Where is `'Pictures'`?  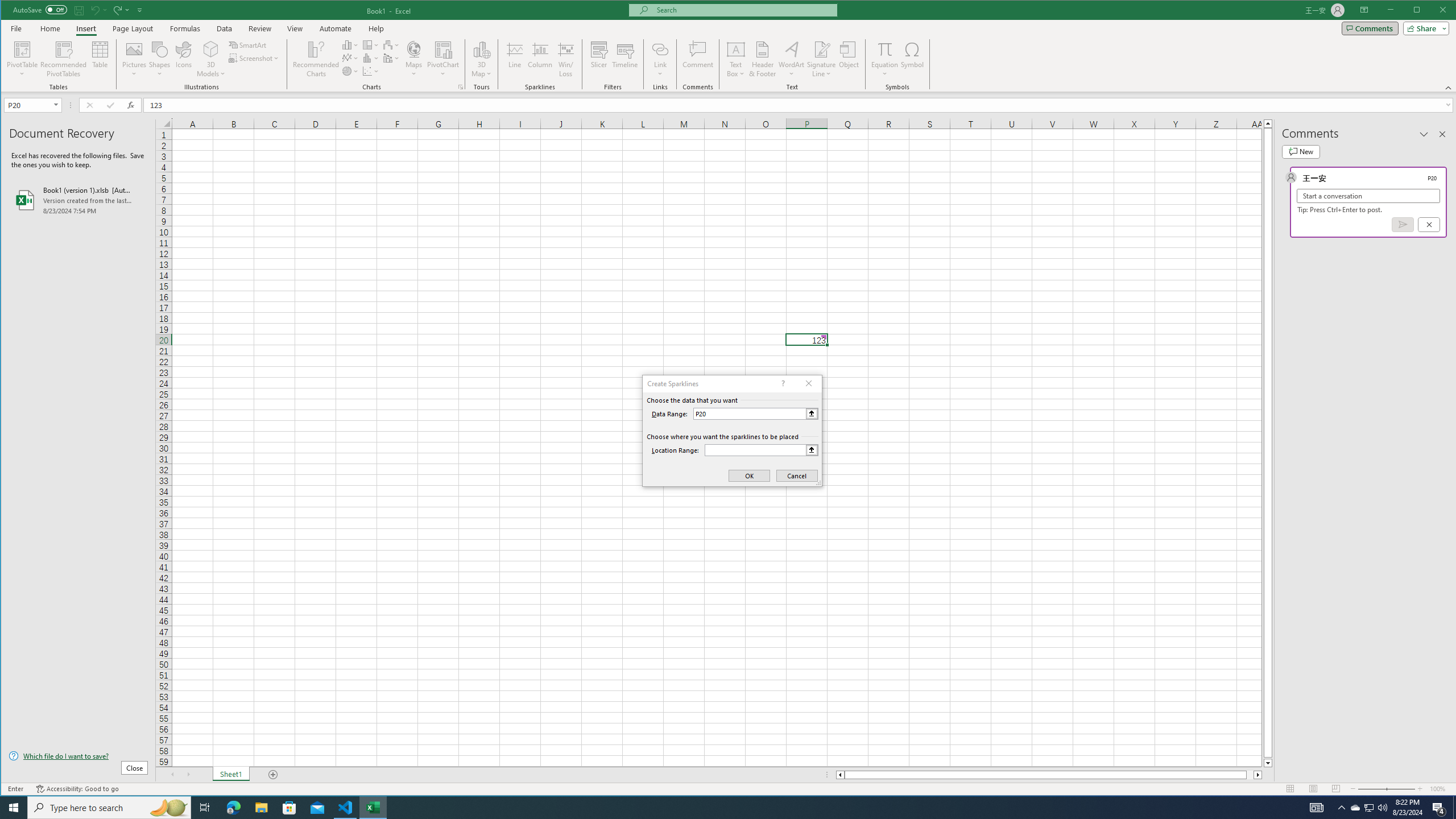 'Pictures' is located at coordinates (134, 59).